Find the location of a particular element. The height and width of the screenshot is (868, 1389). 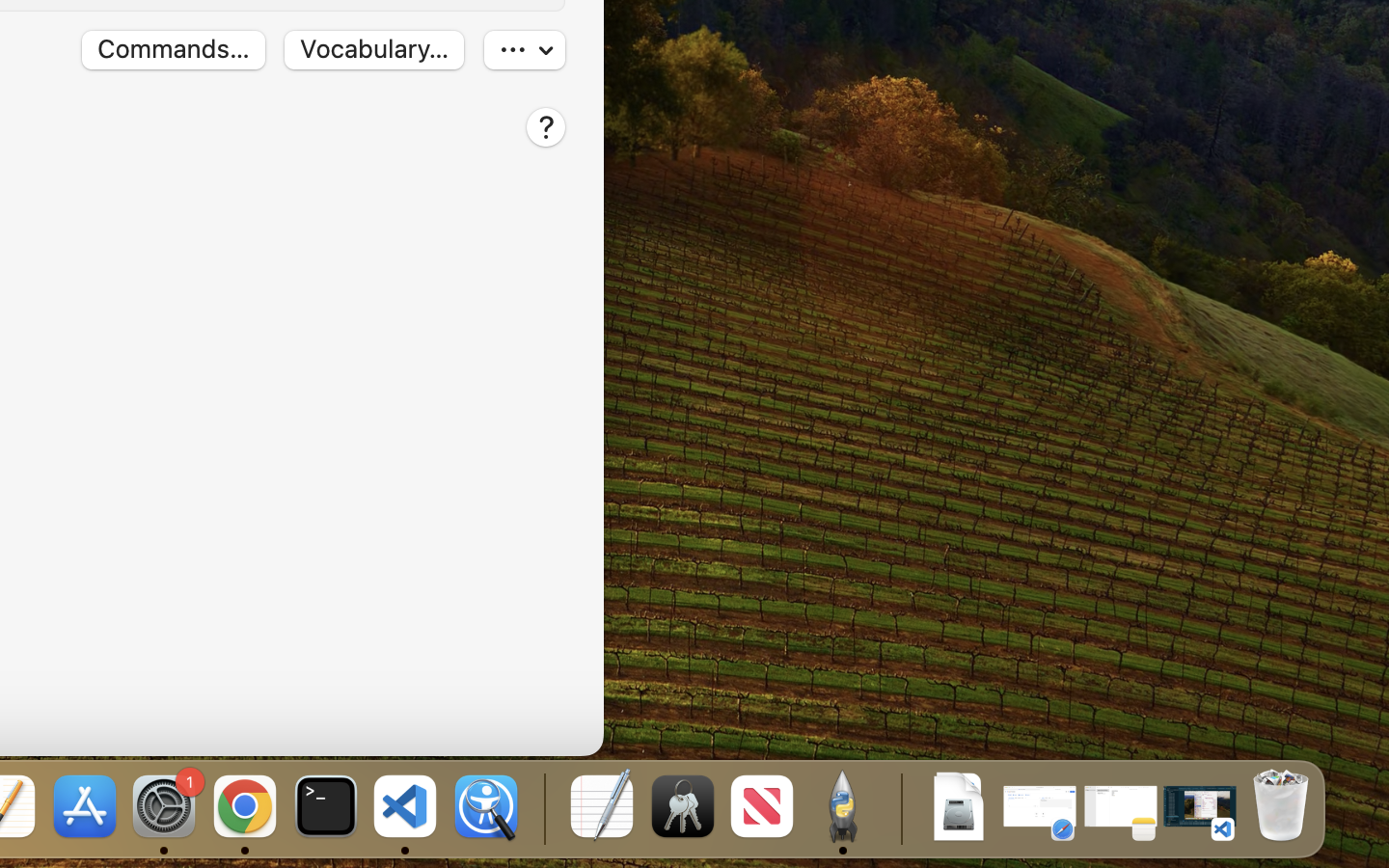

'0.4285714328289032' is located at coordinates (542, 807).